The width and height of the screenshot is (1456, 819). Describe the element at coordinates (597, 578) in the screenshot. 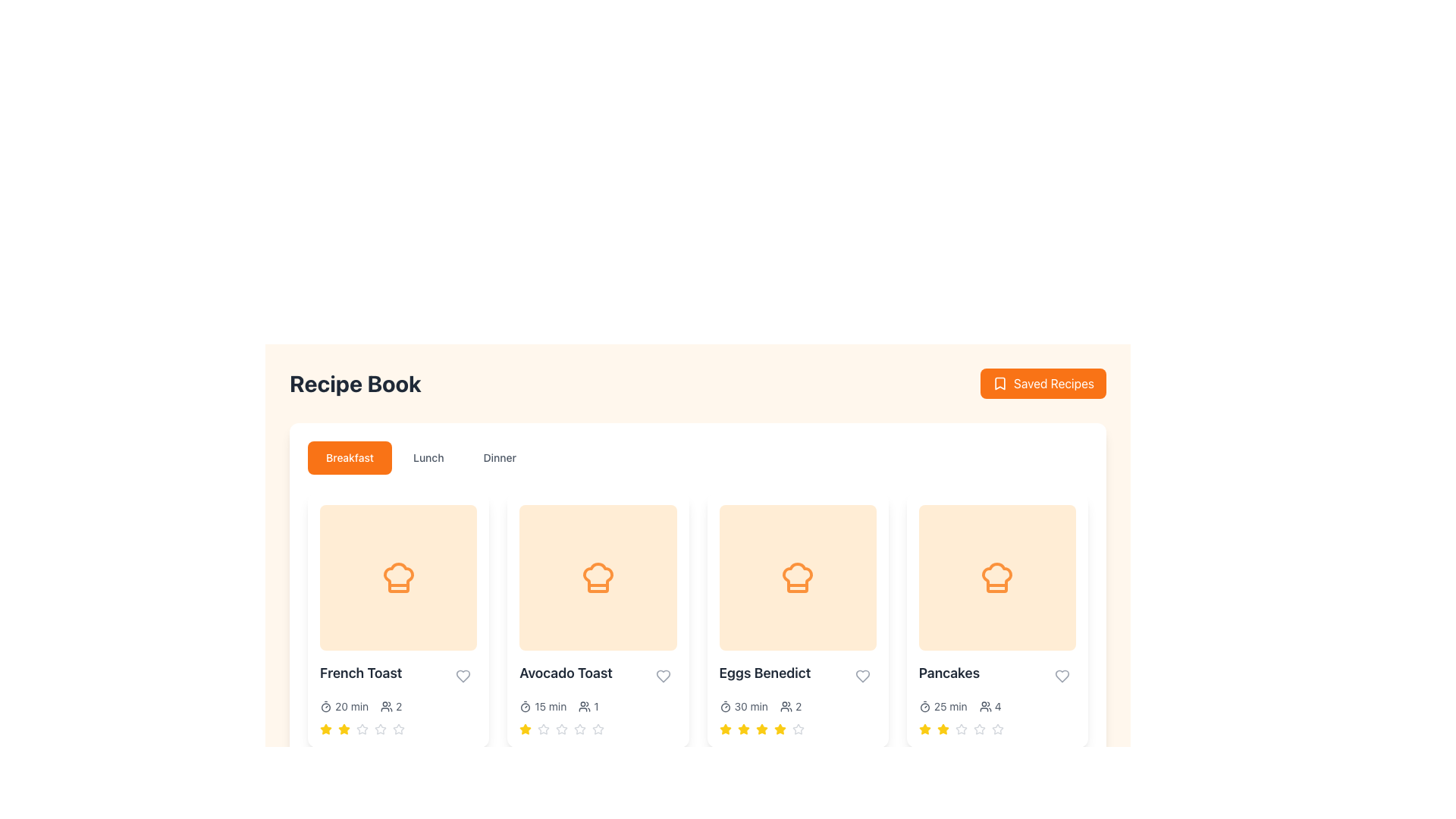

I see `the orange chef hat icon located in the second card under the 'Breakfast' tab of the 'Recipe Book' interface, labeled 'Avocado Toast', to trigger hover effects` at that location.